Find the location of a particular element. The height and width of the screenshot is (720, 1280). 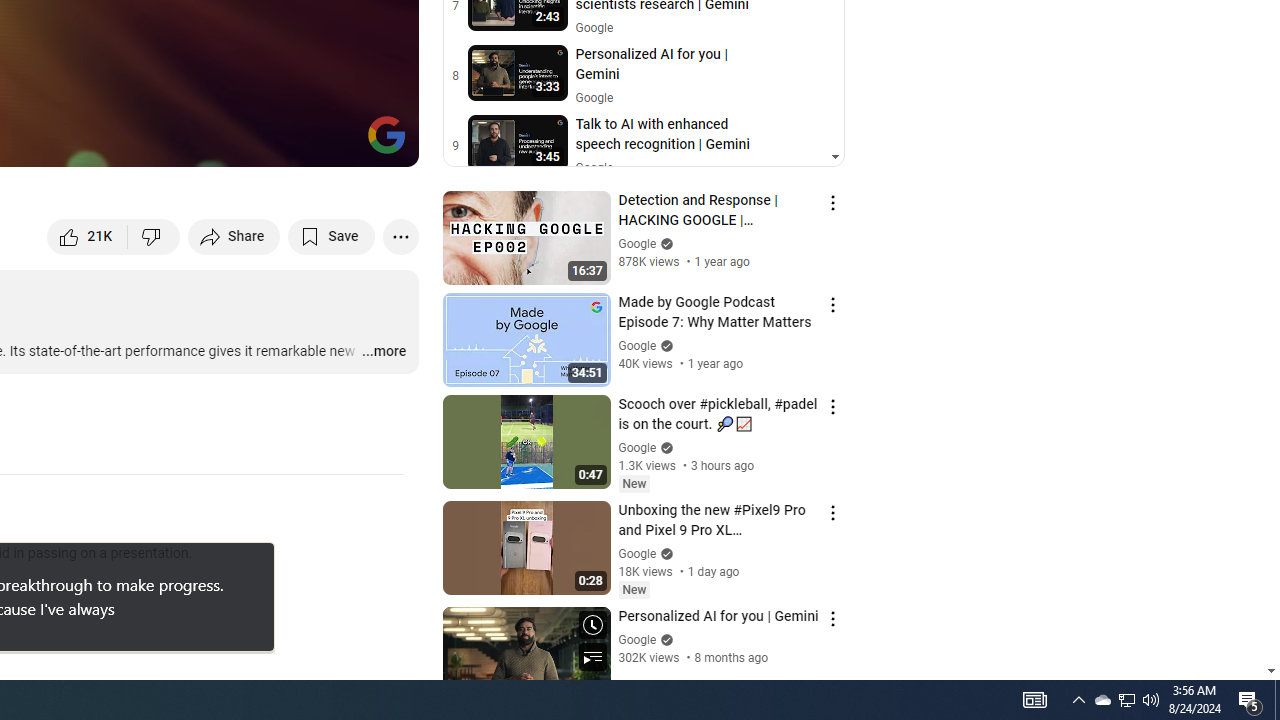

'Miniplayer (i)' is located at coordinates (285, 141).